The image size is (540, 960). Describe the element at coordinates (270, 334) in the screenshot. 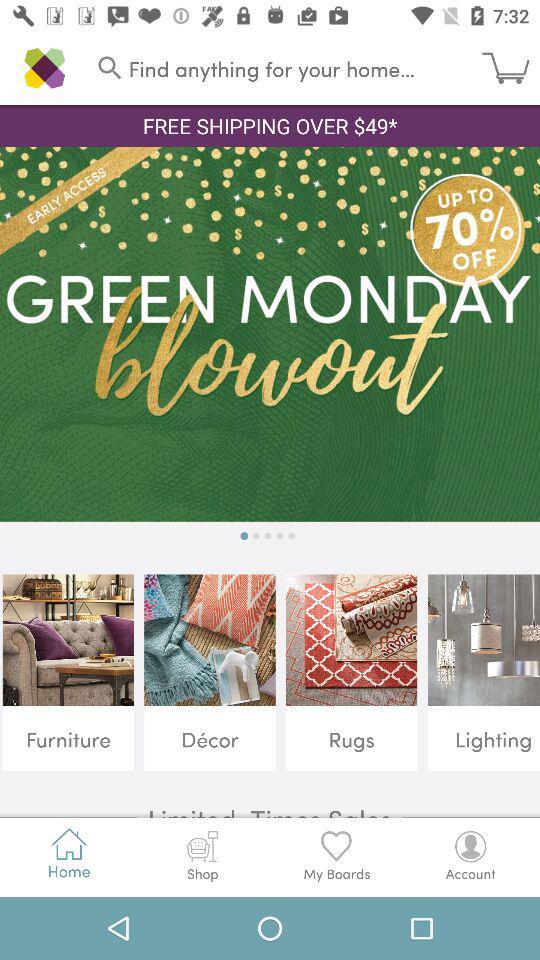

I see `open the advertisement` at that location.